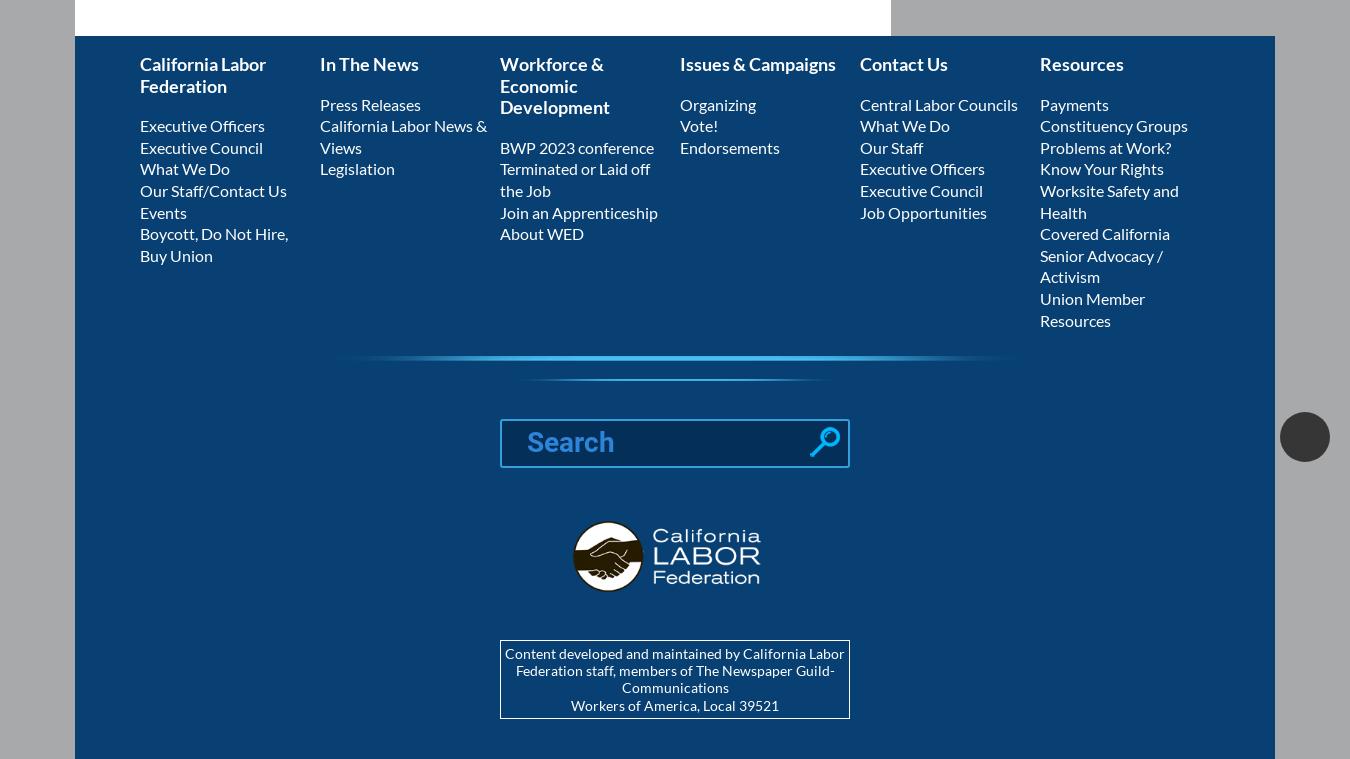 This screenshot has height=759, width=1350. Describe the element at coordinates (902, 62) in the screenshot. I see `'Contact Us'` at that location.